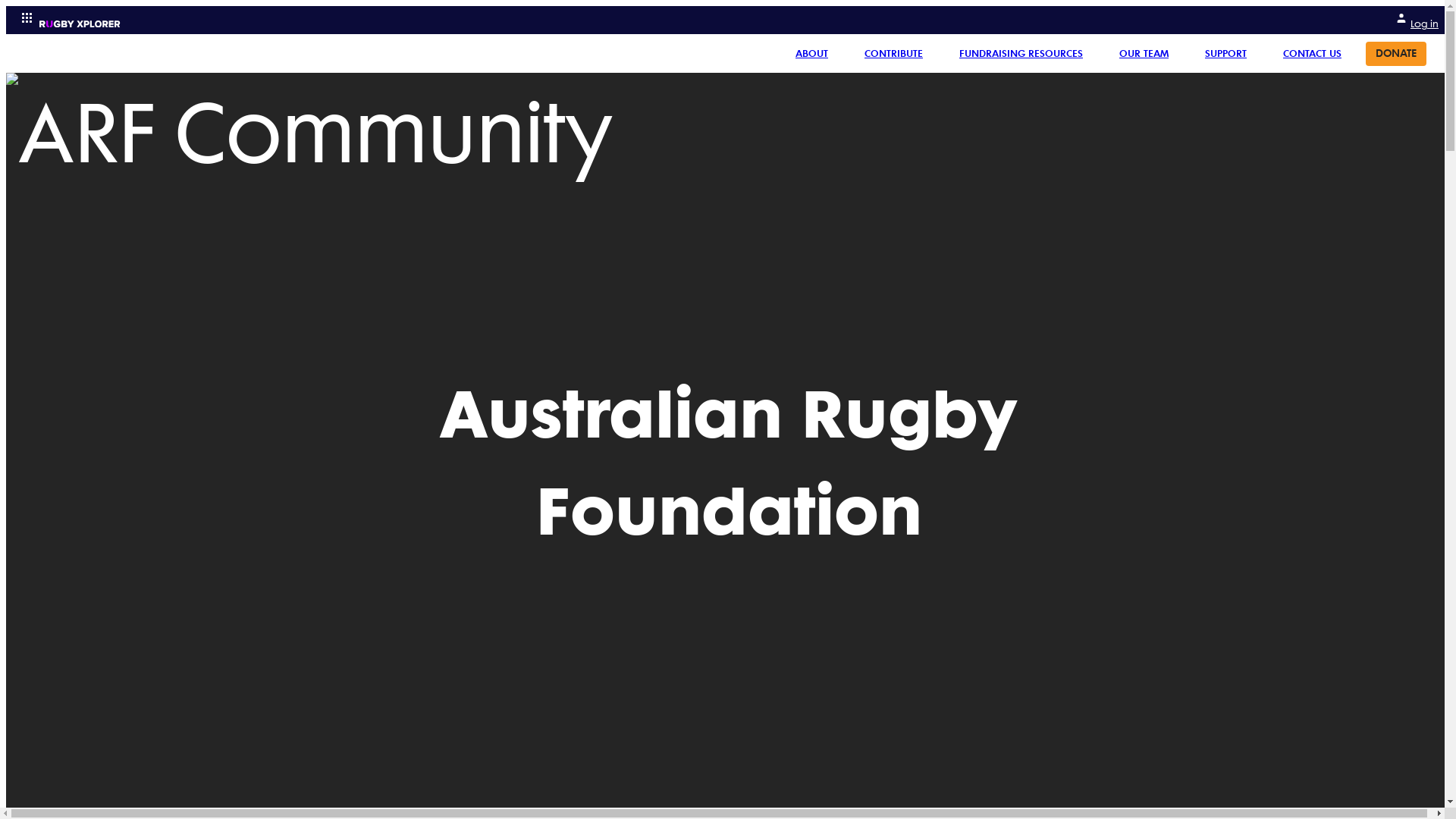 The height and width of the screenshot is (819, 1456). Describe the element at coordinates (1311, 52) in the screenshot. I see `'CONTACT US'` at that location.